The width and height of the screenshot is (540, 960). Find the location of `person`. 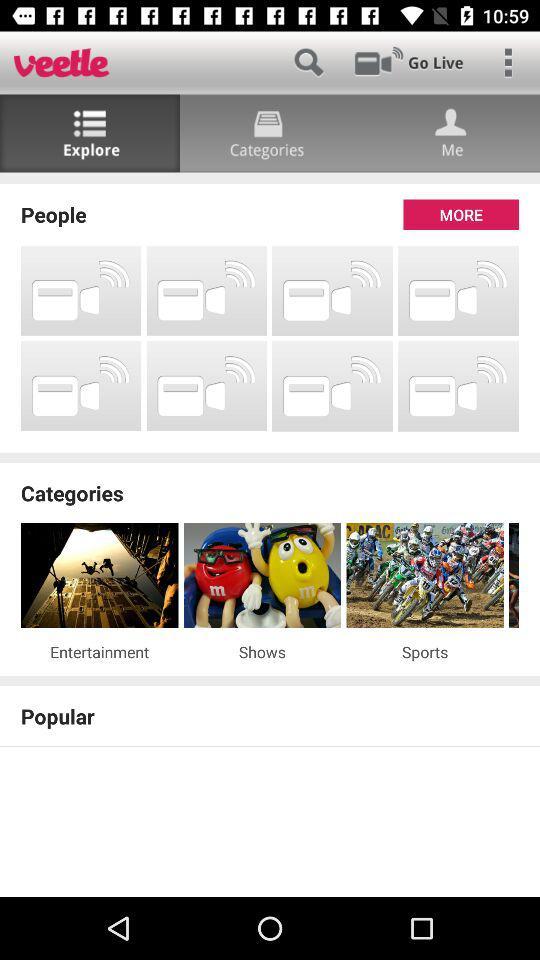

person is located at coordinates (449, 132).